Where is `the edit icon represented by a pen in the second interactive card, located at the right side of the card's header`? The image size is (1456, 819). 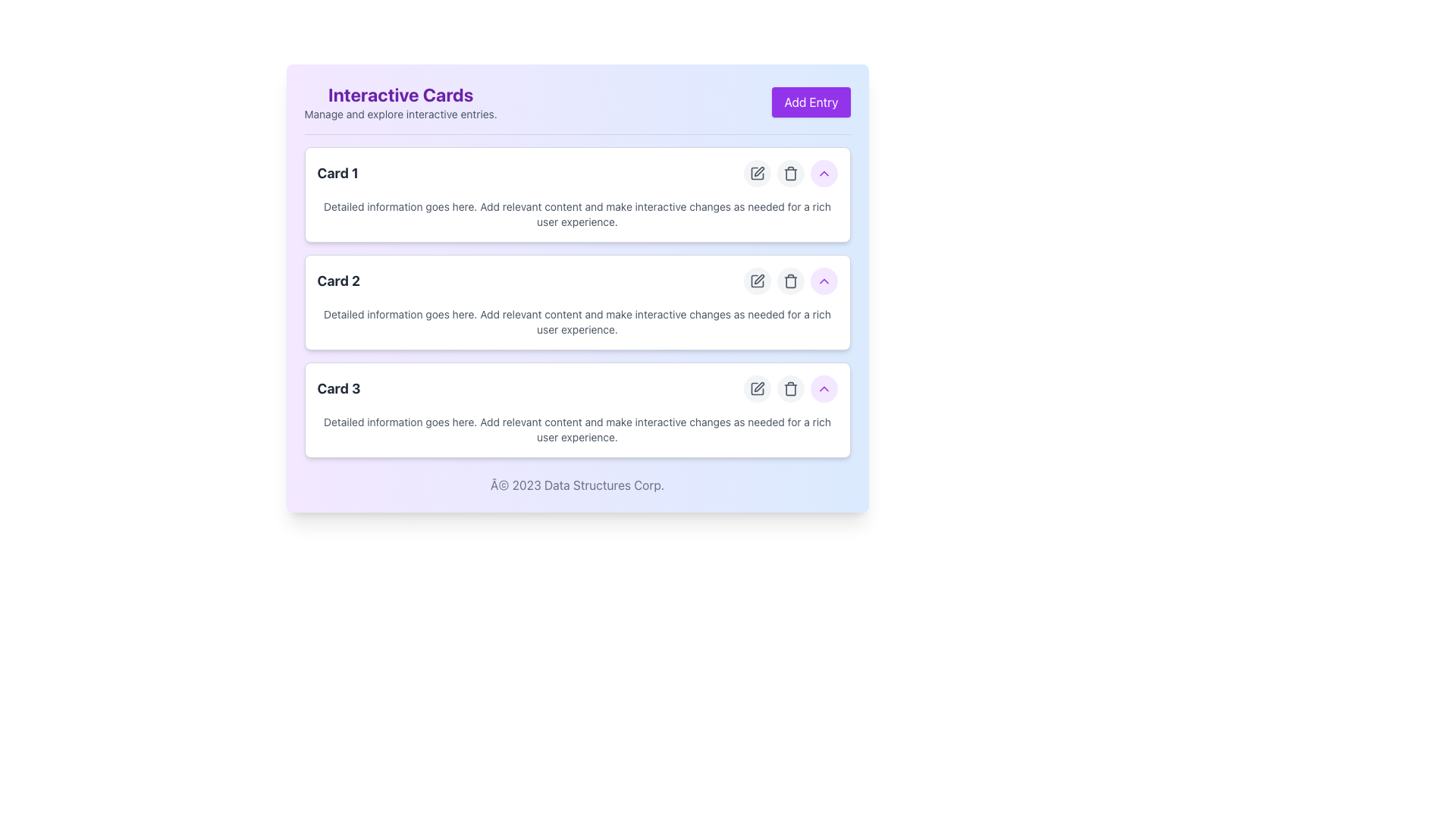
the edit icon represented by a pen in the second interactive card, located at the right side of the card's header is located at coordinates (759, 279).